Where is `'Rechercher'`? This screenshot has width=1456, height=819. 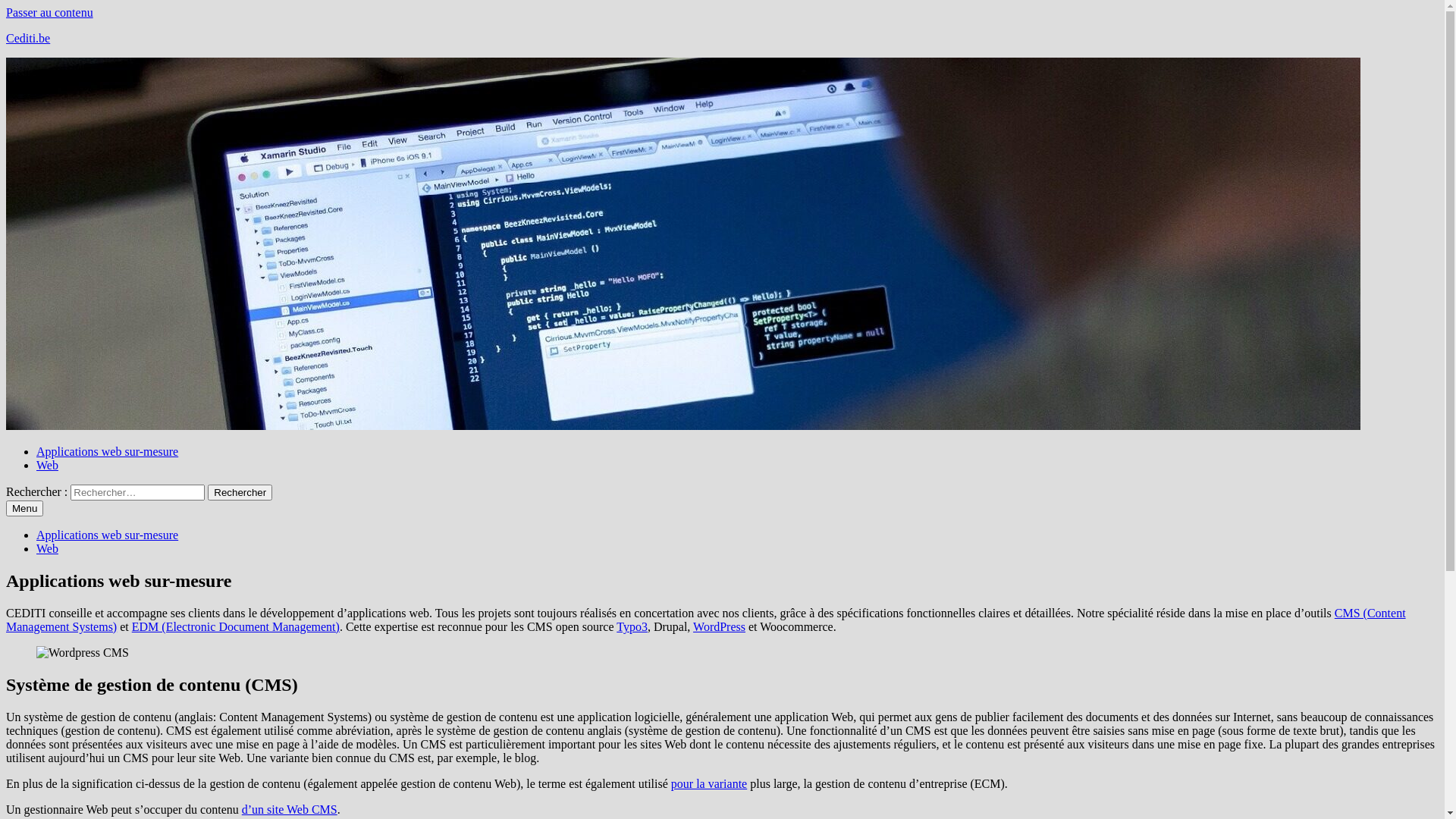
'Rechercher' is located at coordinates (239, 492).